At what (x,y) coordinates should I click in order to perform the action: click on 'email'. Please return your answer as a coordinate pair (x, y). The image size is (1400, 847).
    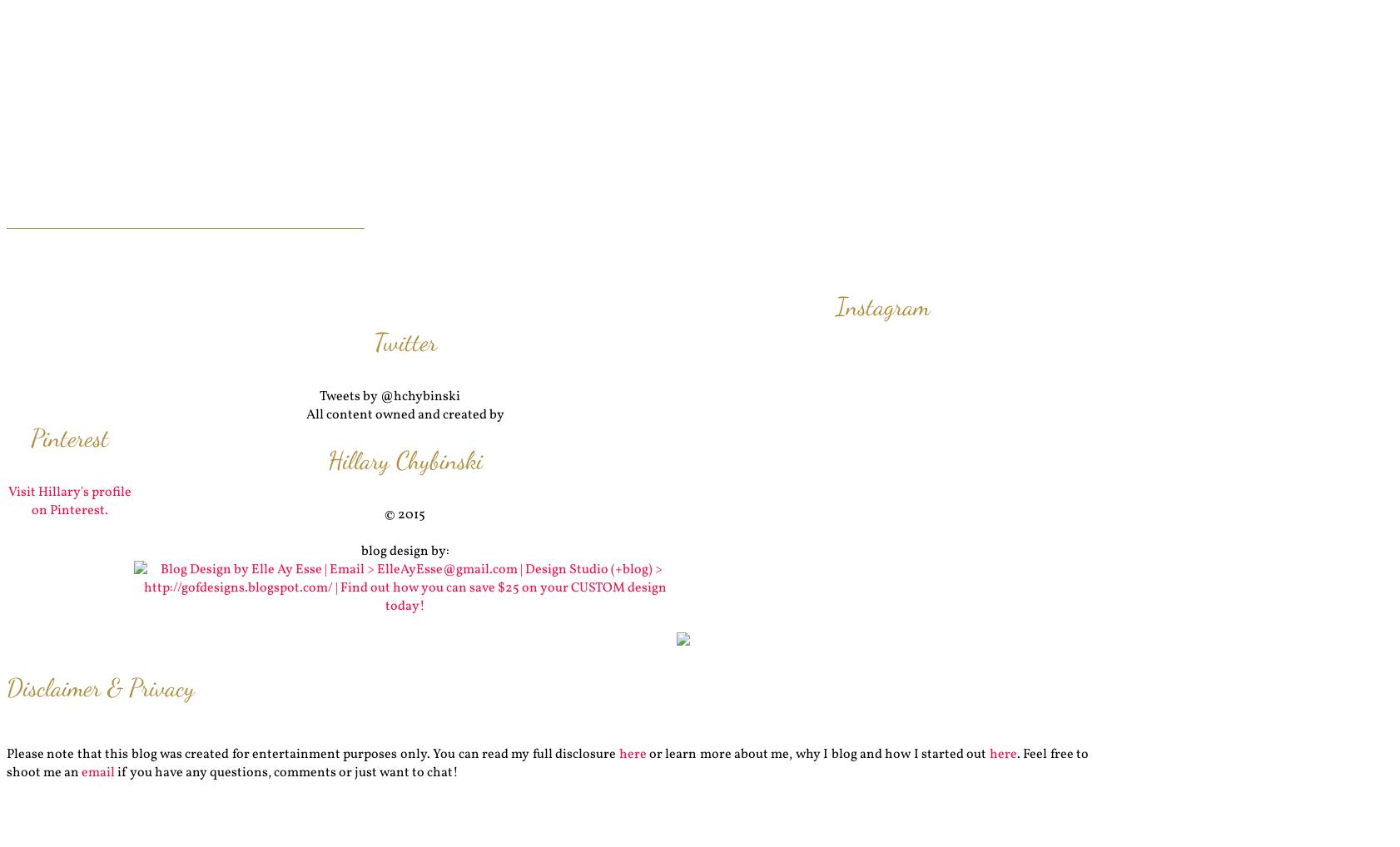
    Looking at the image, I should click on (97, 771).